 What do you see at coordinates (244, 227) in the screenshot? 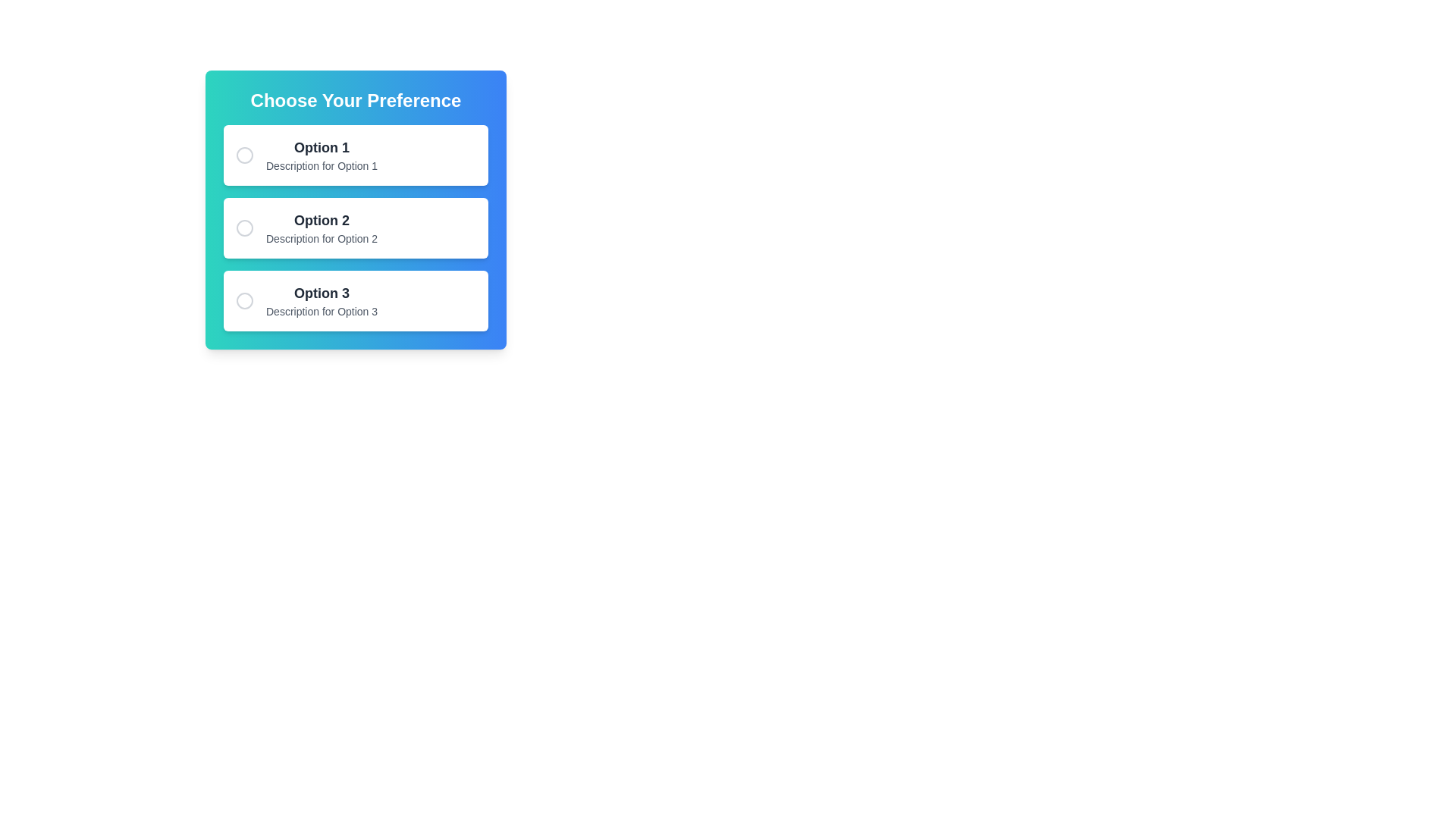
I see `the radio button for 'Option 2'` at bounding box center [244, 227].